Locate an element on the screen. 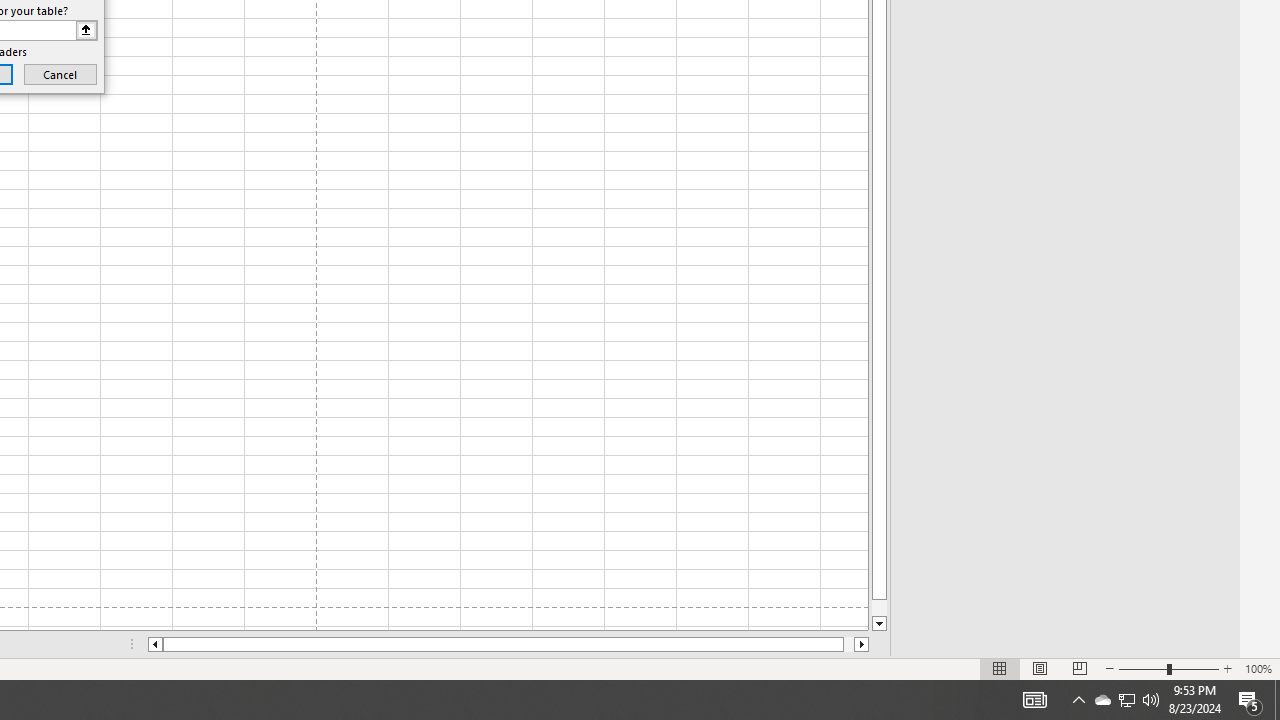 This screenshot has width=1280, height=720. 'Line down' is located at coordinates (879, 623).